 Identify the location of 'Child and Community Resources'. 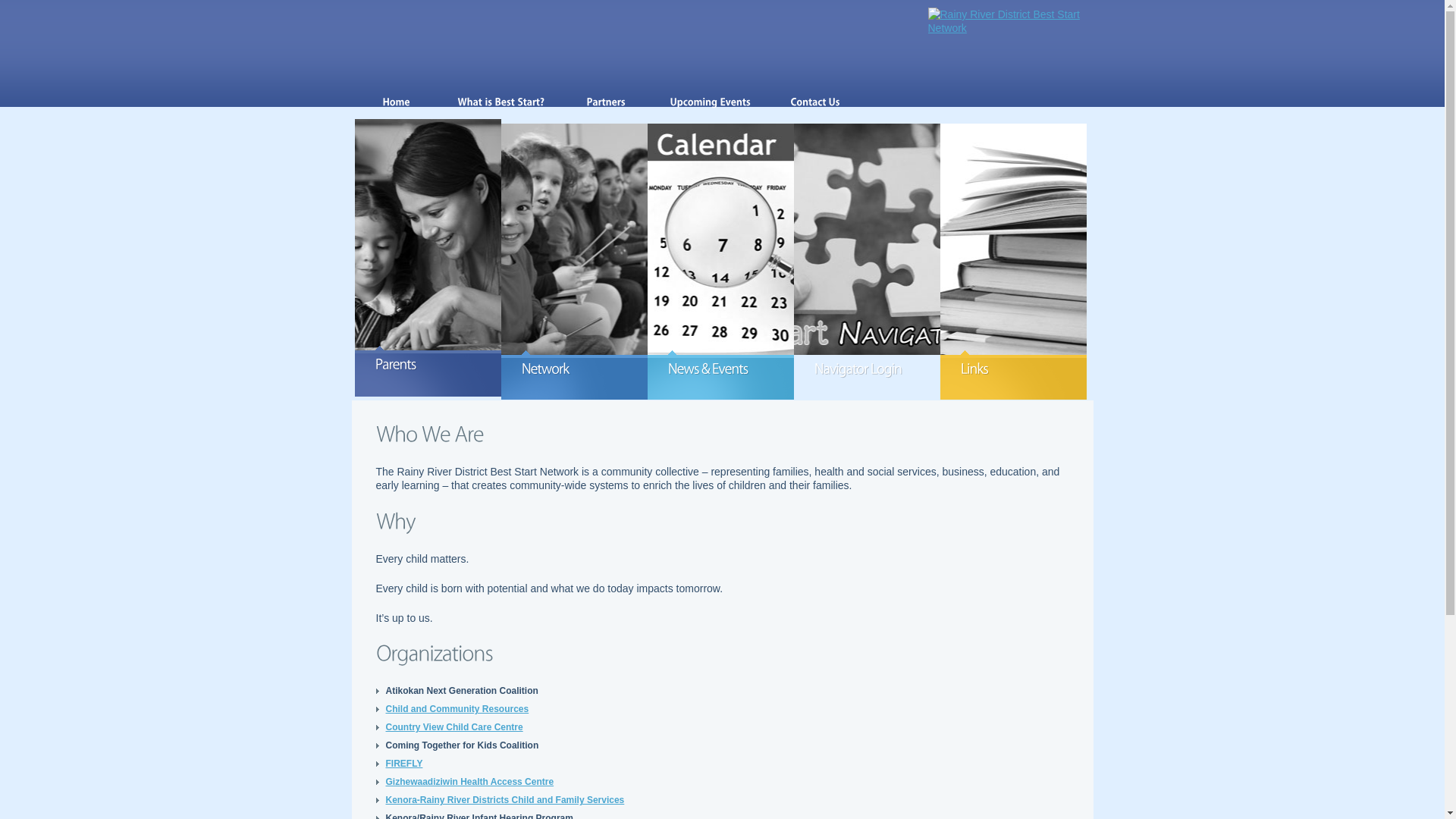
(385, 708).